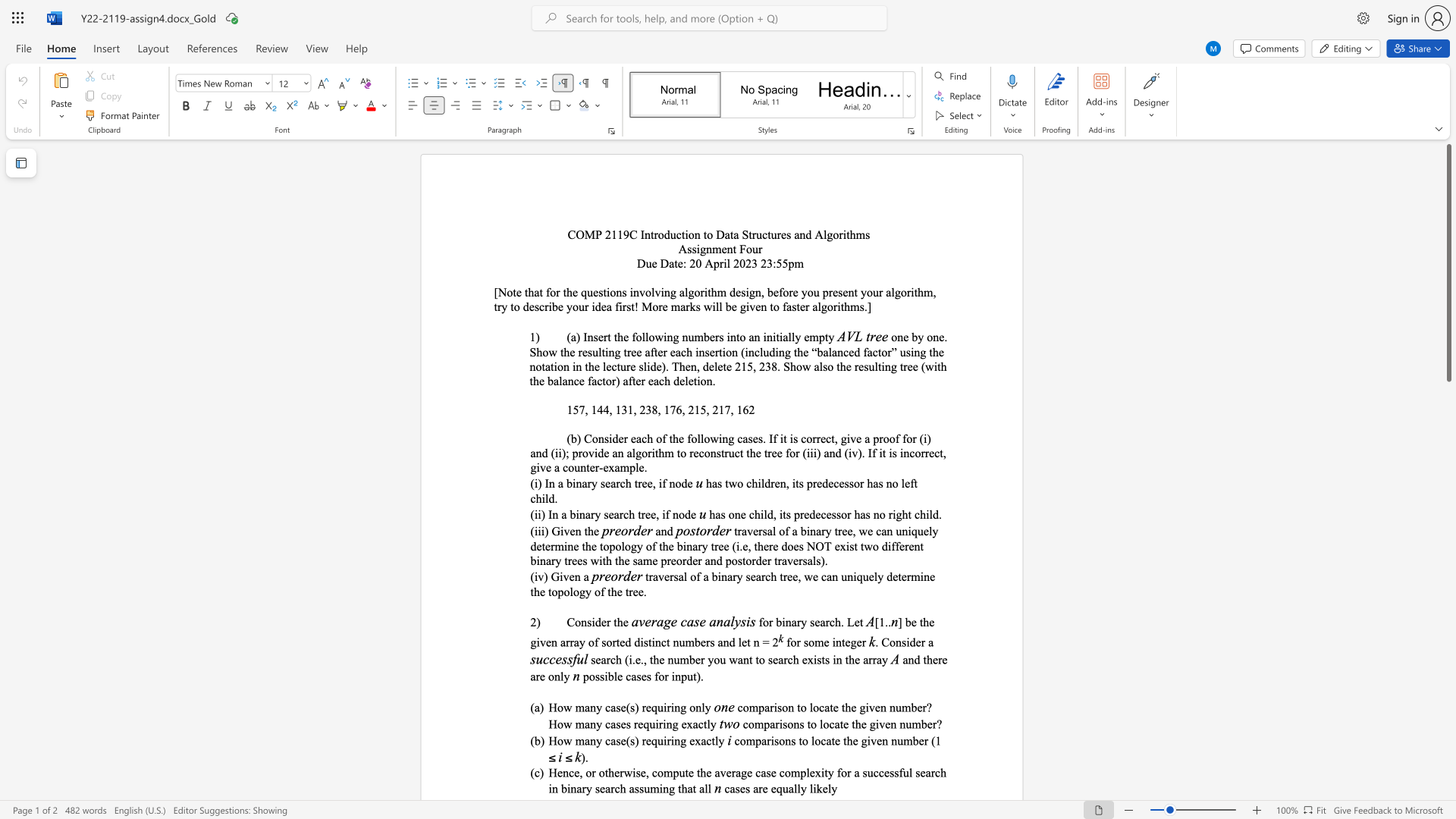 This screenshot has width=1456, height=819. Describe the element at coordinates (1448, 713) in the screenshot. I see `the scrollbar on the side` at that location.